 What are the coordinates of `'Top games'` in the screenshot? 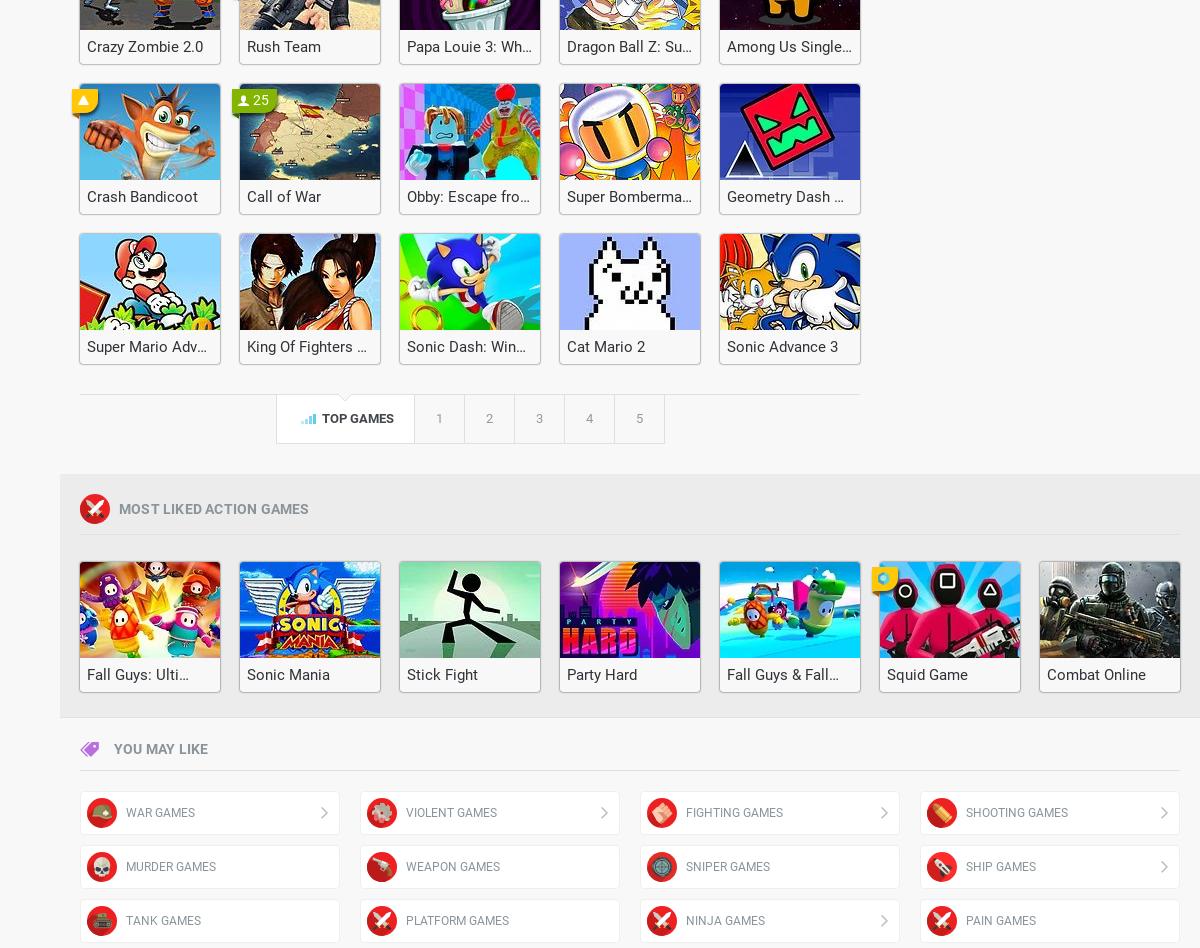 It's located at (355, 417).